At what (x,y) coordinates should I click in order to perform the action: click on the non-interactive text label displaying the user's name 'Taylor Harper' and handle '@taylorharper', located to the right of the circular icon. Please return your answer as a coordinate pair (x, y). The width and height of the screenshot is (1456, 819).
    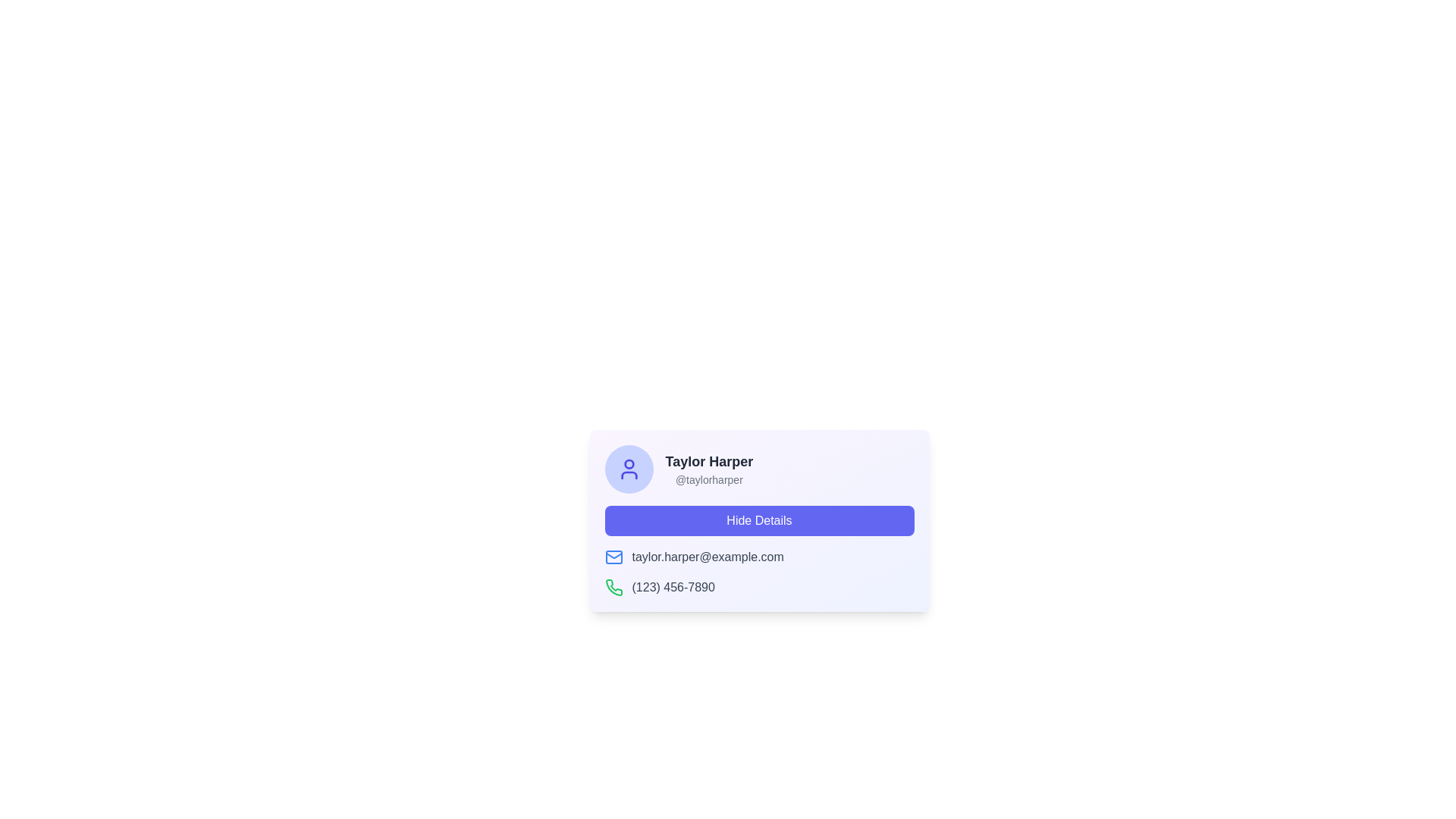
    Looking at the image, I should click on (708, 468).